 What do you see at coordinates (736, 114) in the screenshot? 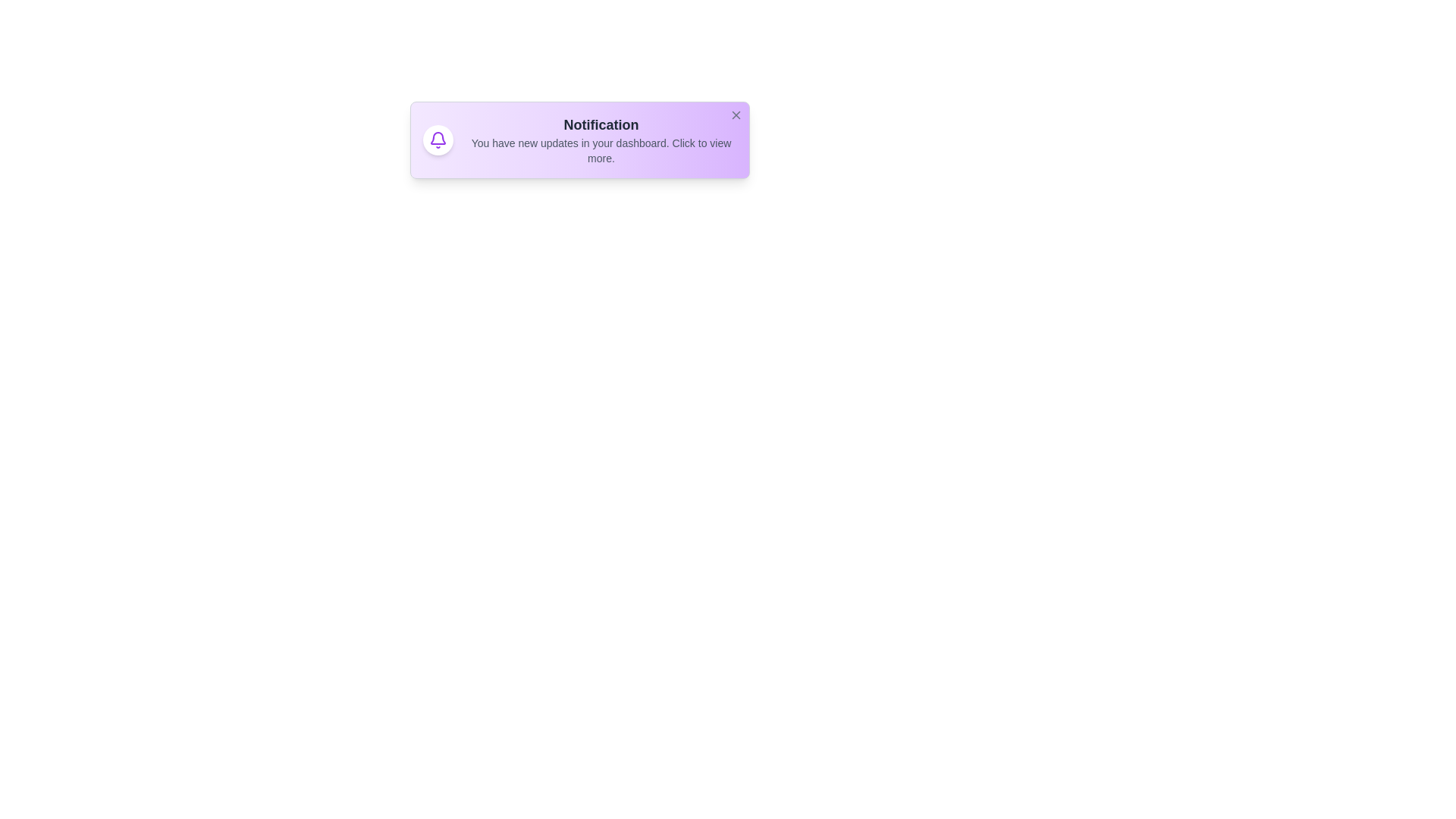
I see `the close button located at the top-right corner of the notification card, adjacent to the 'Notification' text` at bounding box center [736, 114].